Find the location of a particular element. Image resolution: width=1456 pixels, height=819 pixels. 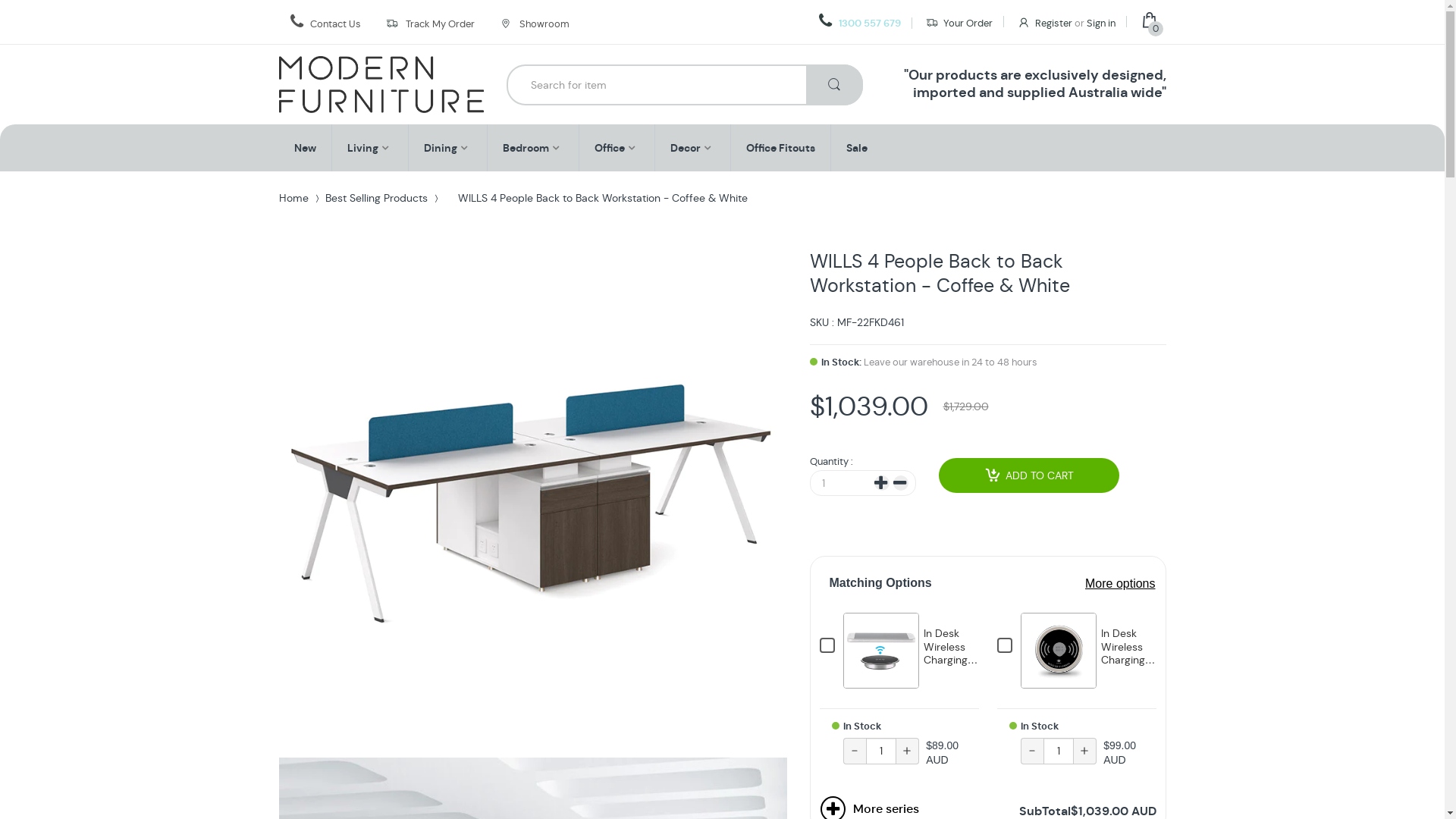

'Dining' is located at coordinates (422, 148).